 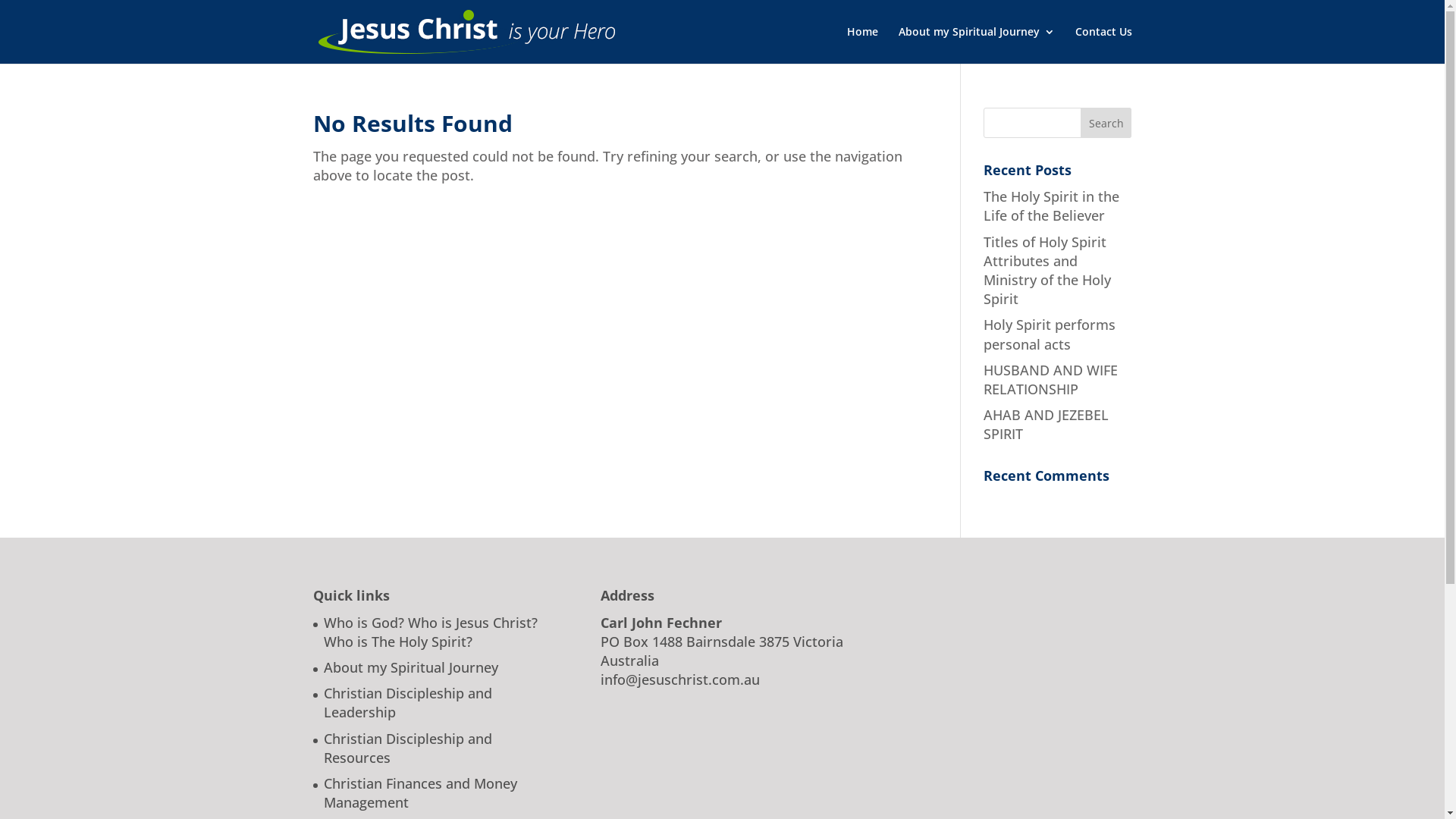 What do you see at coordinates (1048, 333) in the screenshot?
I see `'Holy Spirit performs personal acts'` at bounding box center [1048, 333].